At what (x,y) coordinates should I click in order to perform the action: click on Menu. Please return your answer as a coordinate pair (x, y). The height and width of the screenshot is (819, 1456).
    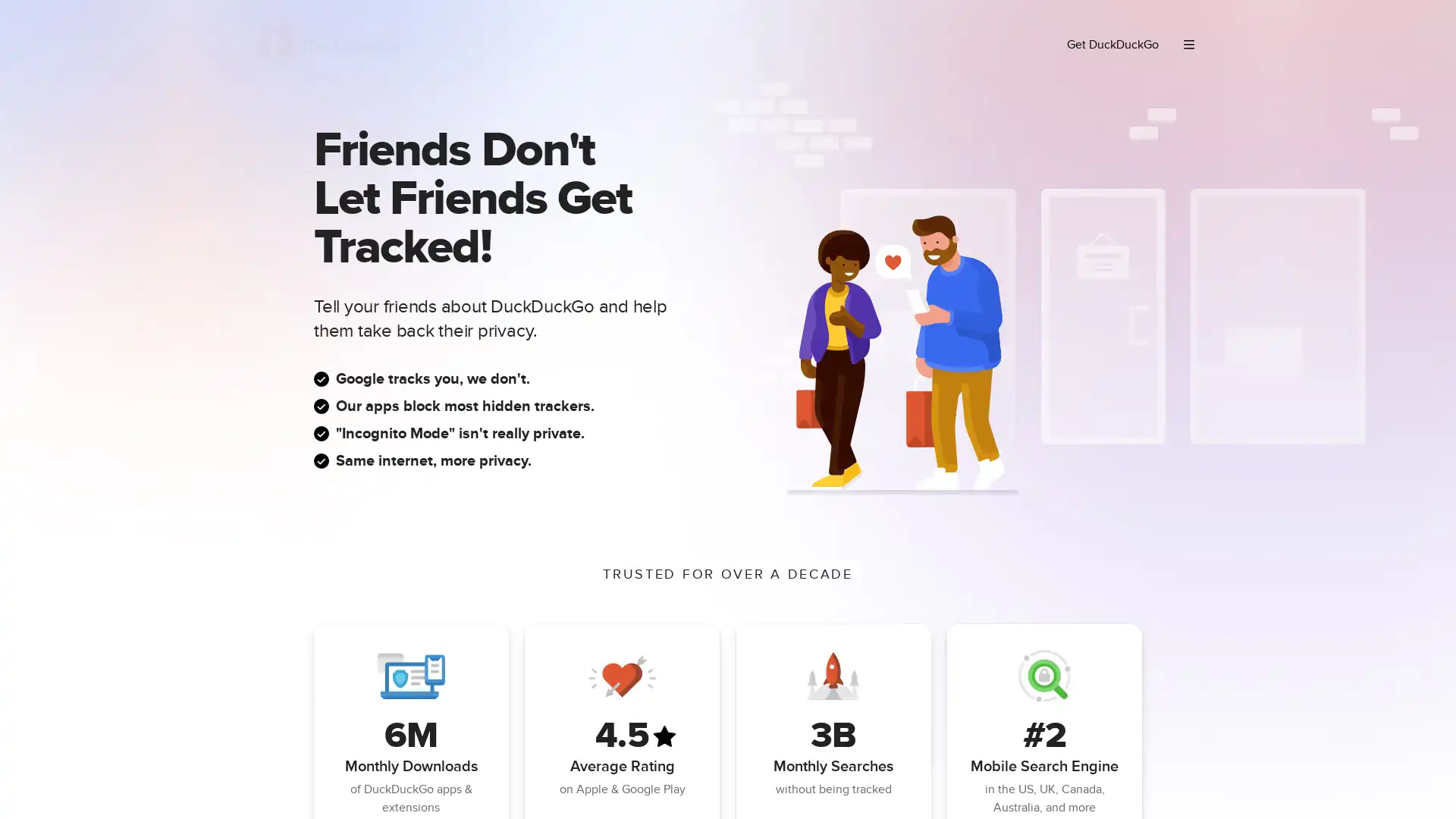
    Looking at the image, I should click on (1188, 42).